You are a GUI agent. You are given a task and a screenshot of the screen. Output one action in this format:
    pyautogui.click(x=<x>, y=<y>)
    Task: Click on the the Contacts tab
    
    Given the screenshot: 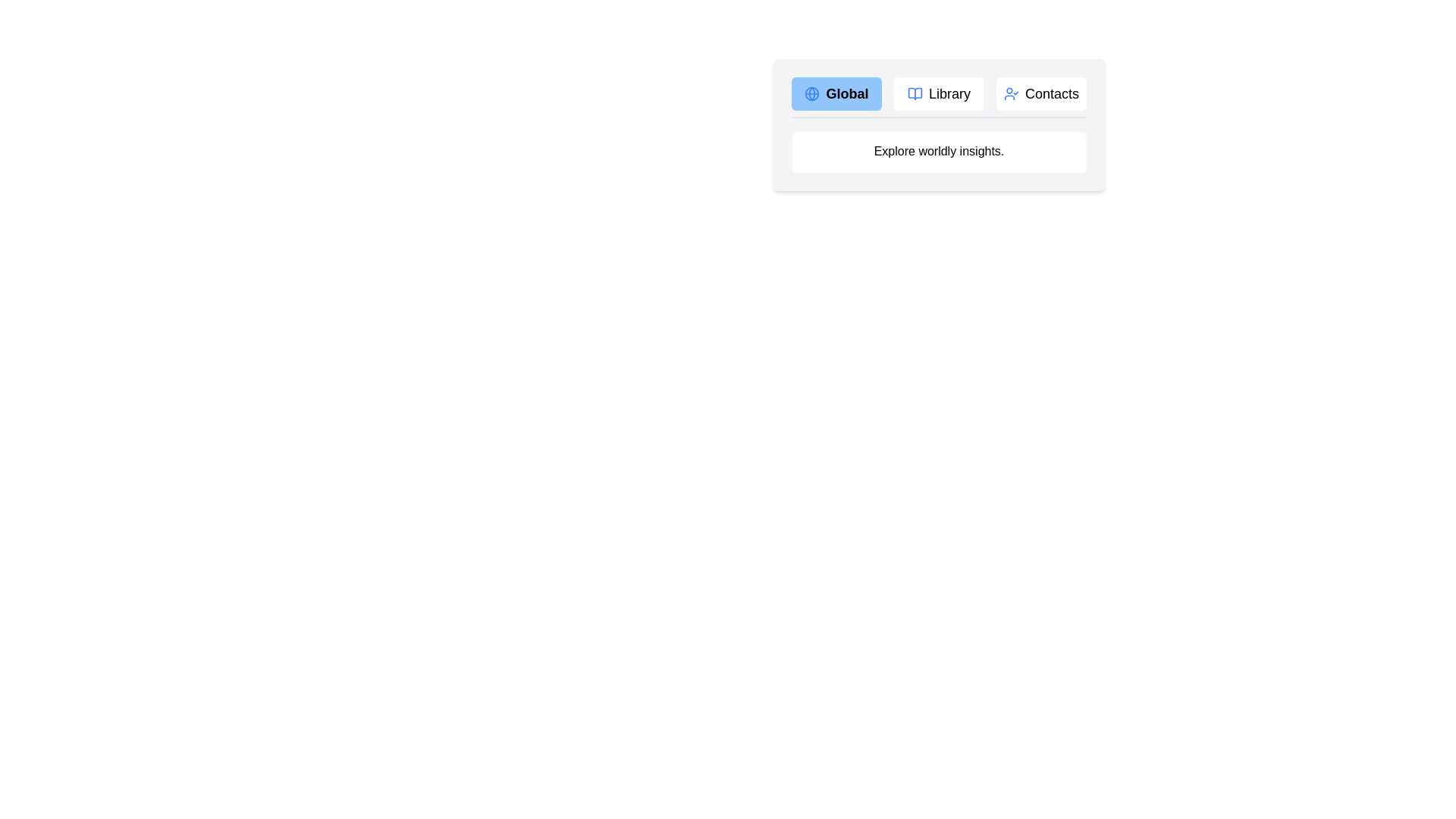 What is the action you would take?
    pyautogui.click(x=1040, y=93)
    